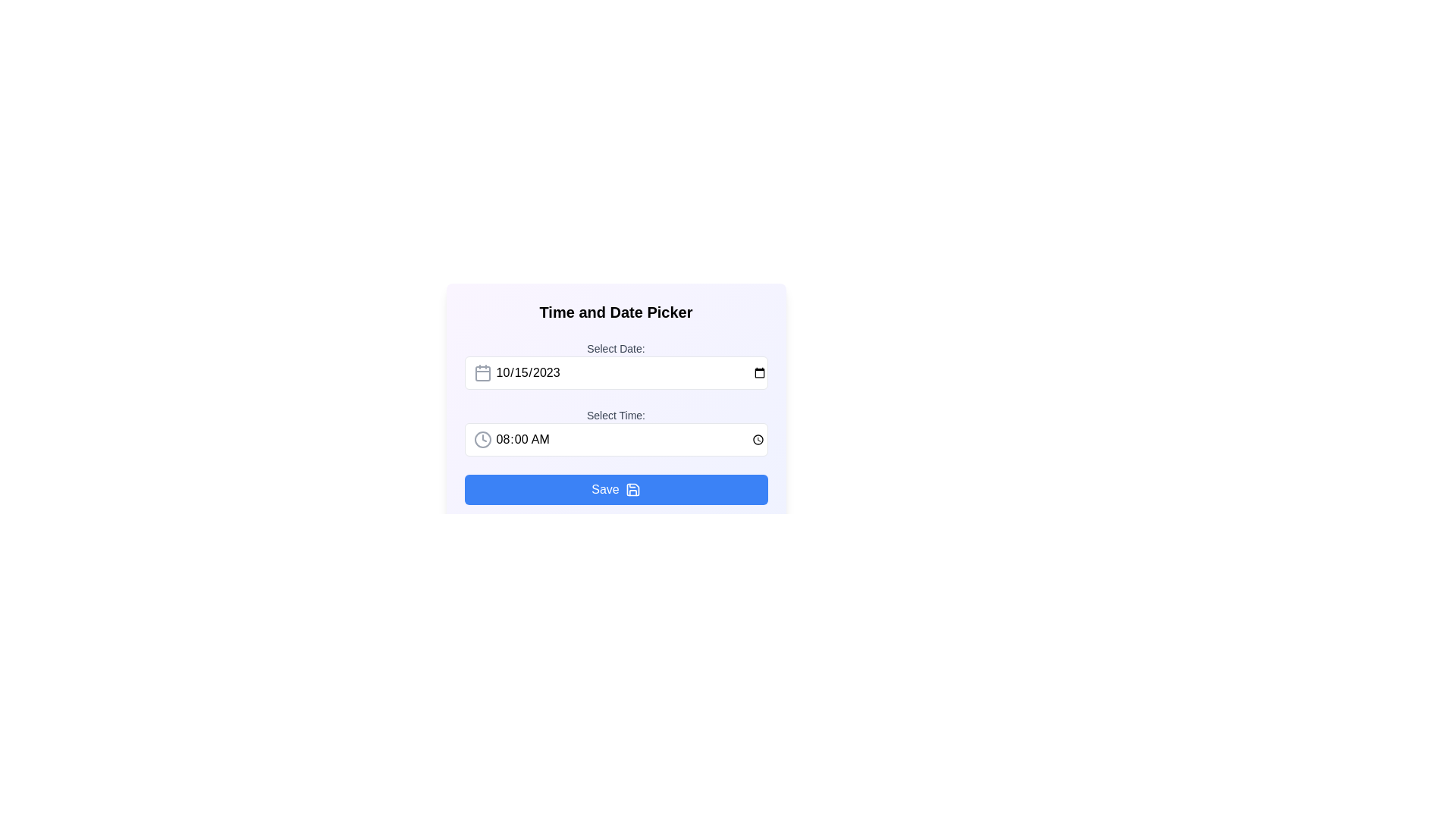  What do you see at coordinates (616, 433) in the screenshot?
I see `displayed date and time from the 'Time and Date Picker' UI component, which includes input fields for selection and a 'Save' button at the bottom` at bounding box center [616, 433].